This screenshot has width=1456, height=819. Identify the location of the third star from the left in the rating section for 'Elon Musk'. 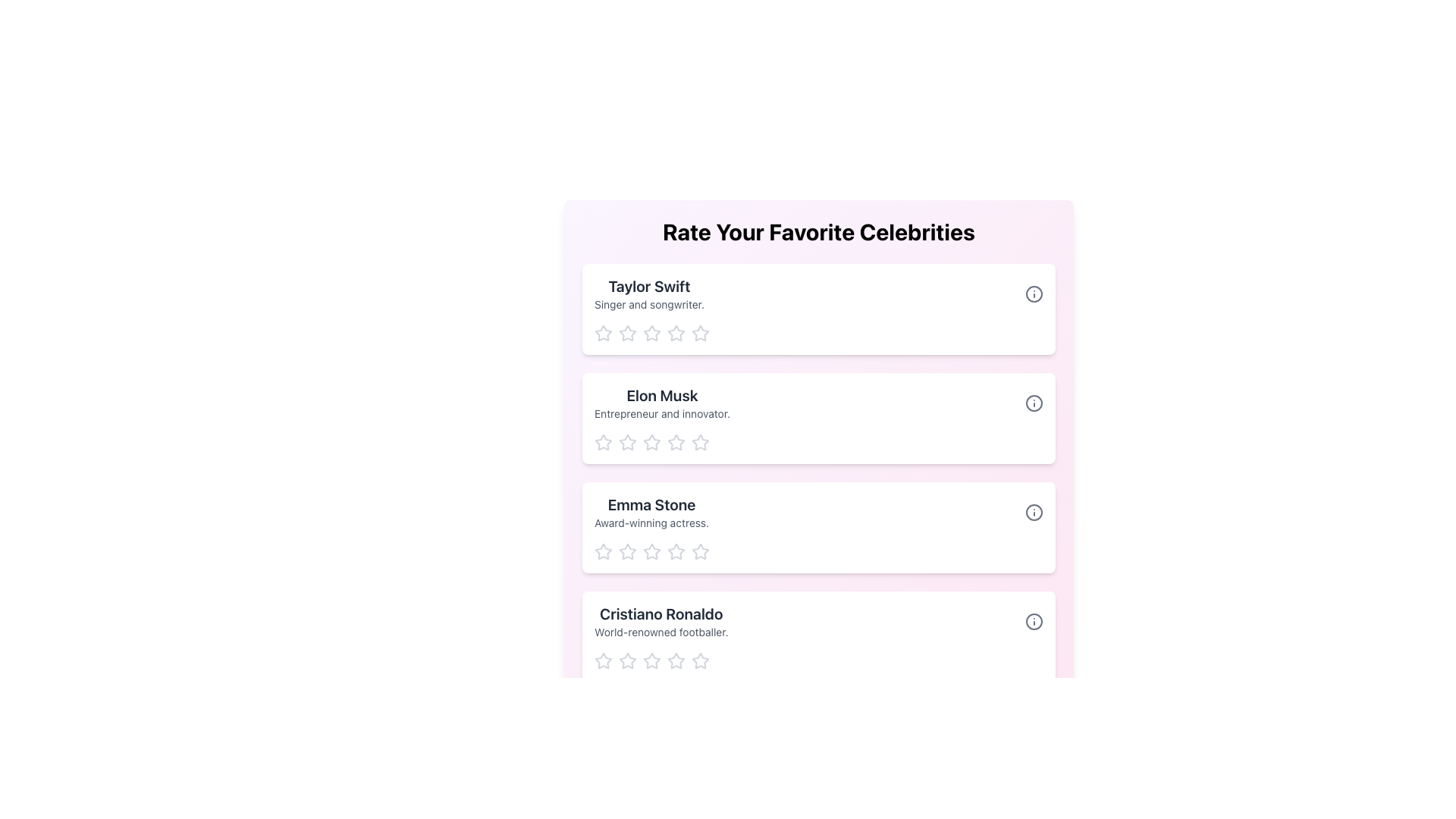
(651, 442).